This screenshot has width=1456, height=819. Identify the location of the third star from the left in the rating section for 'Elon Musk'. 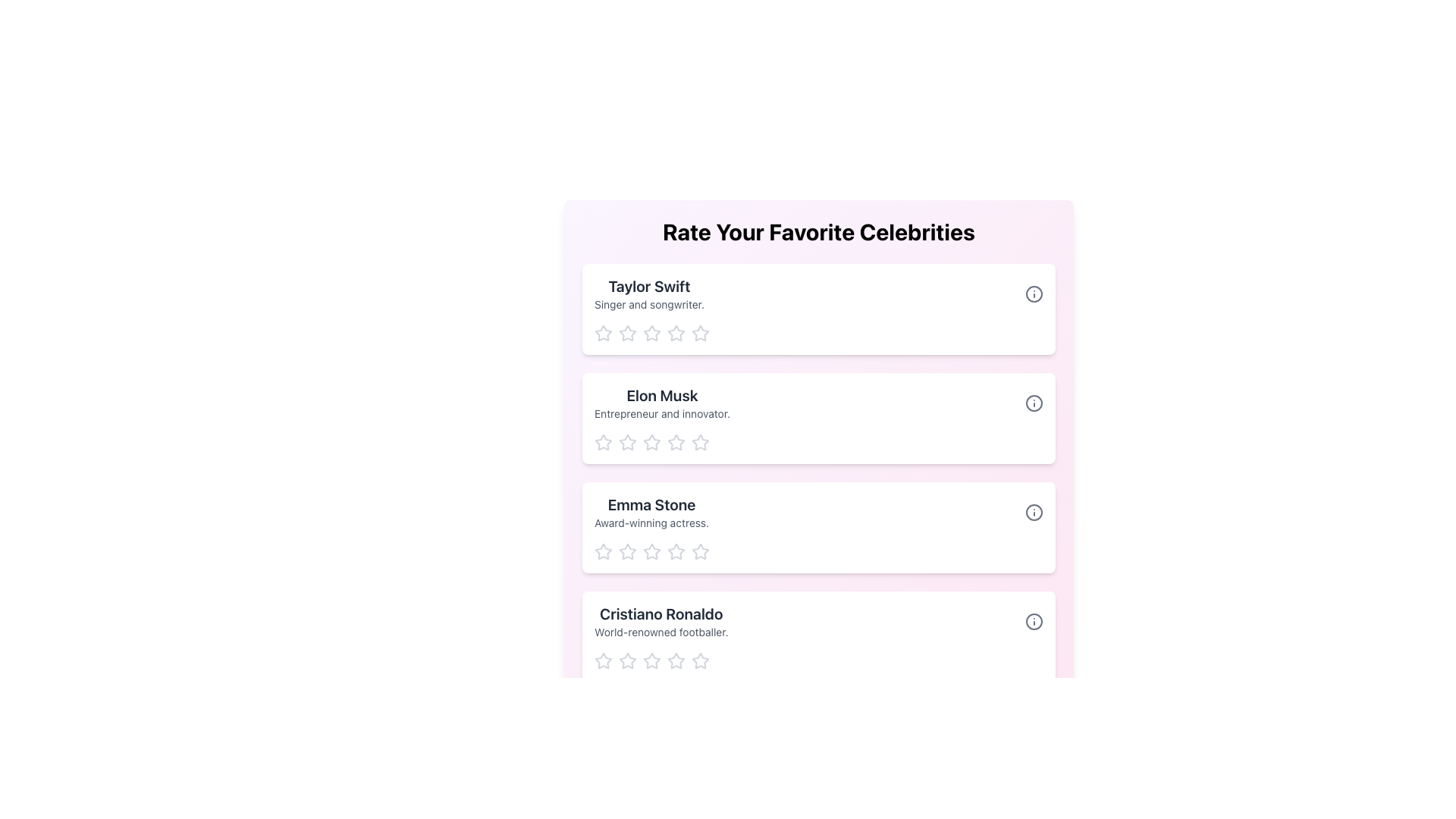
(651, 442).